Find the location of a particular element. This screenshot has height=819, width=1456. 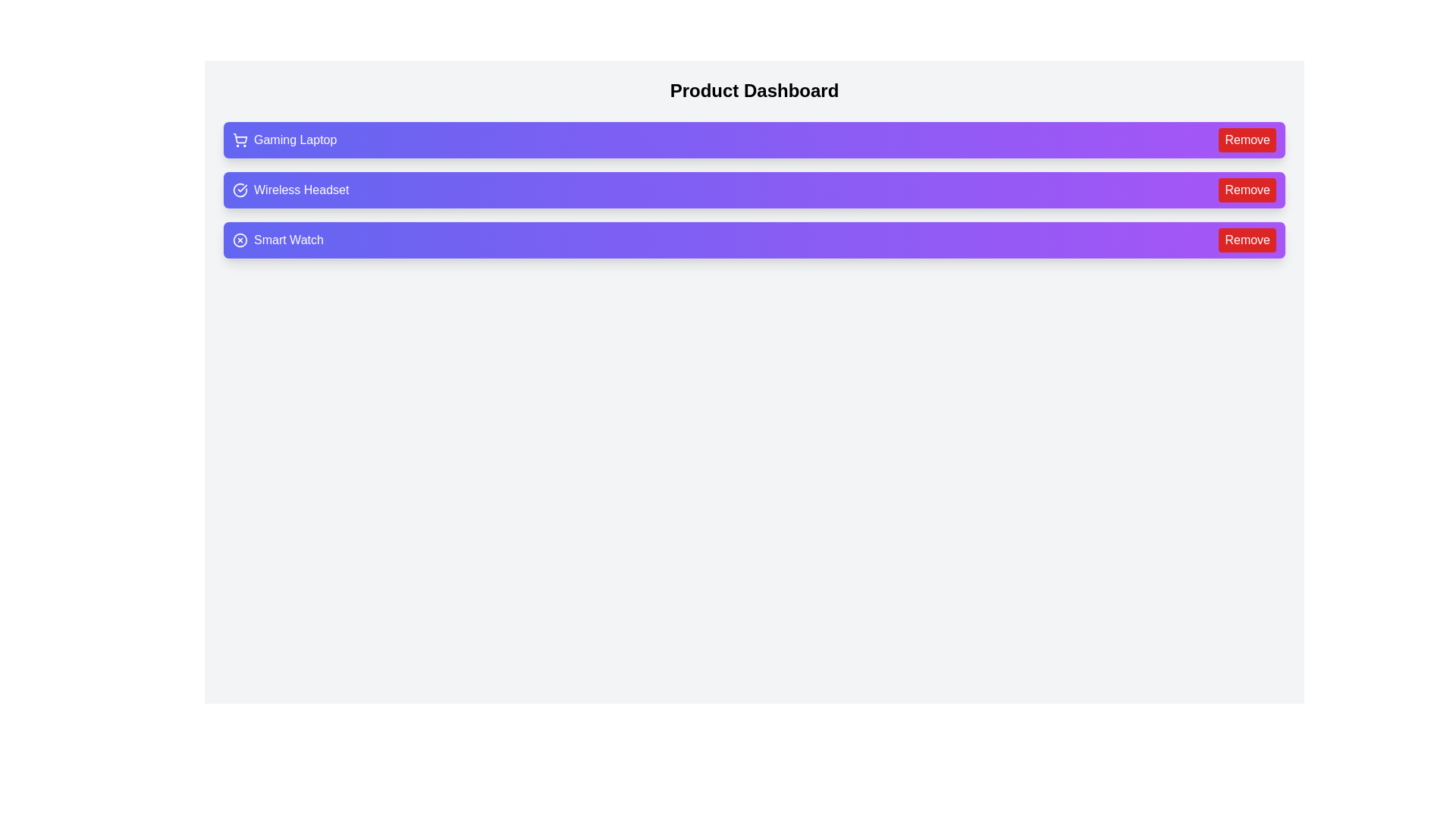

the product chip labeled 'Gaming Laptop' to observe the hover animation effect is located at coordinates (754, 140).